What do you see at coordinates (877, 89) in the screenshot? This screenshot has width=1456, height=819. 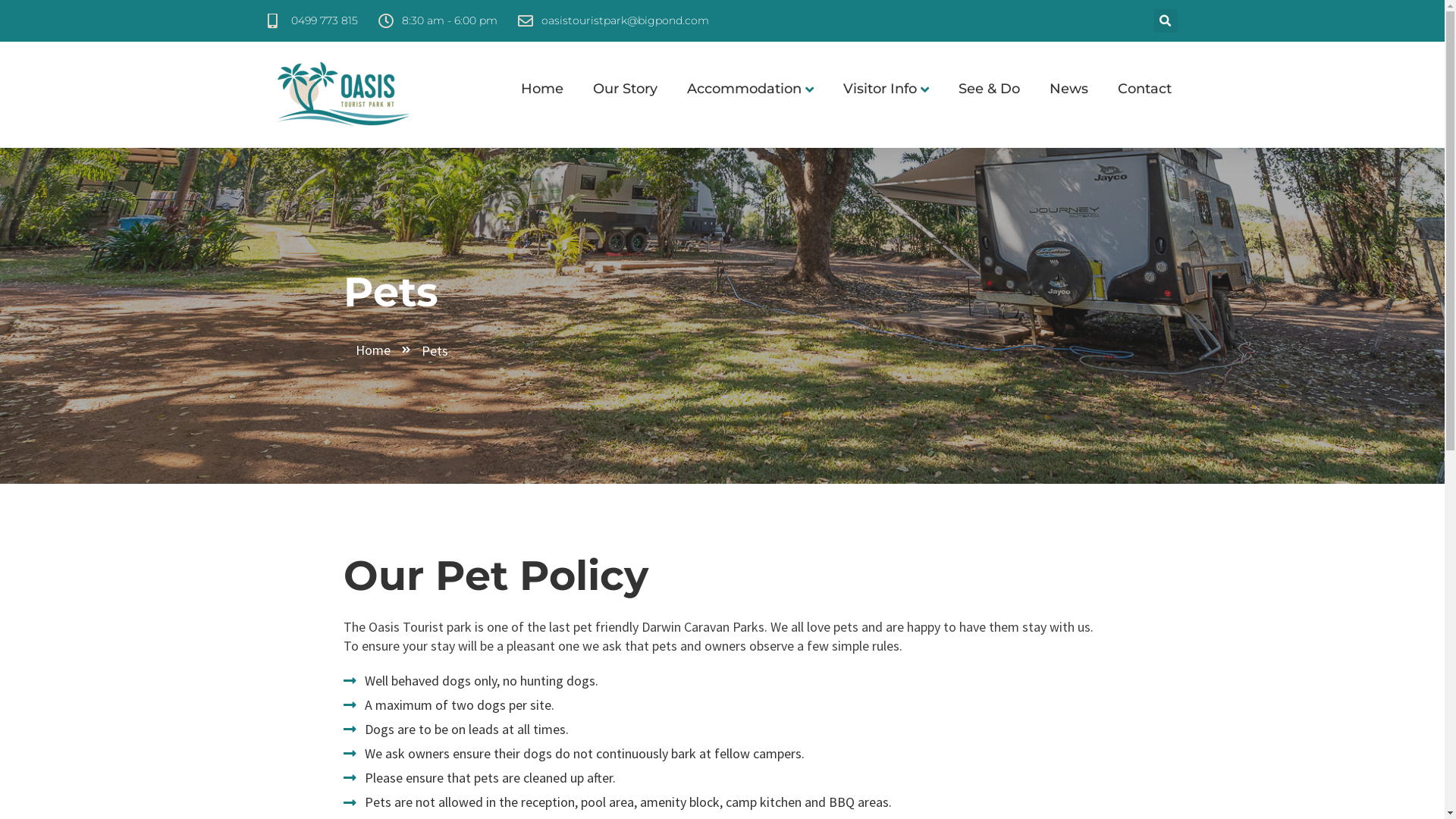 I see `'Visitor Info'` at bounding box center [877, 89].